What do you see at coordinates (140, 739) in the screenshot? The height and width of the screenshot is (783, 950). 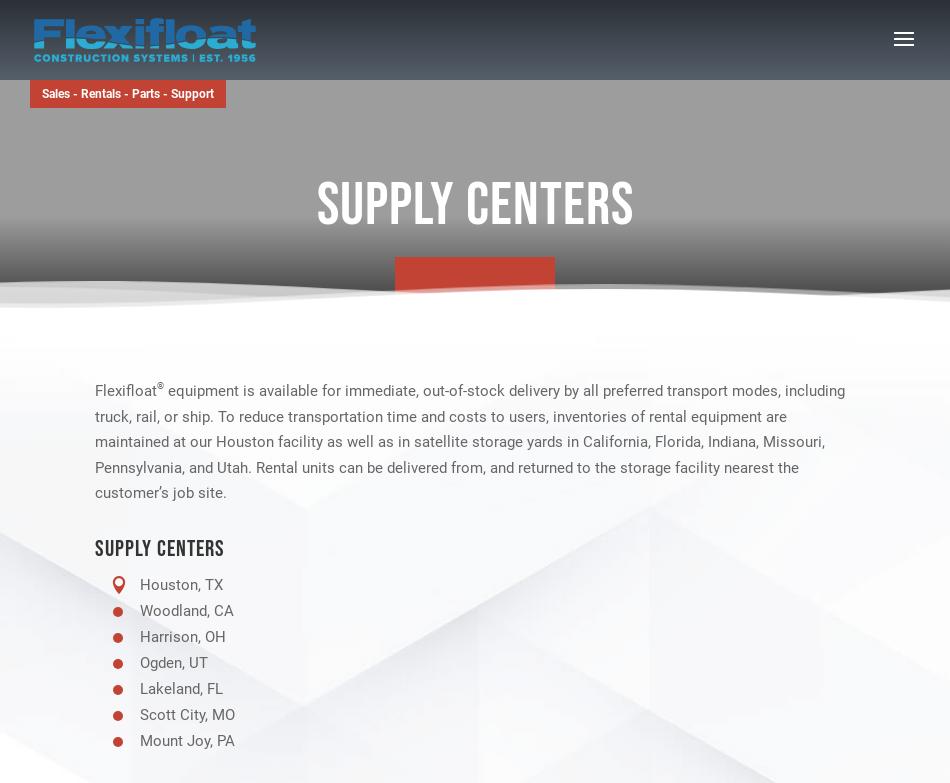 I see `'Mount Joy, PA'` at bounding box center [140, 739].